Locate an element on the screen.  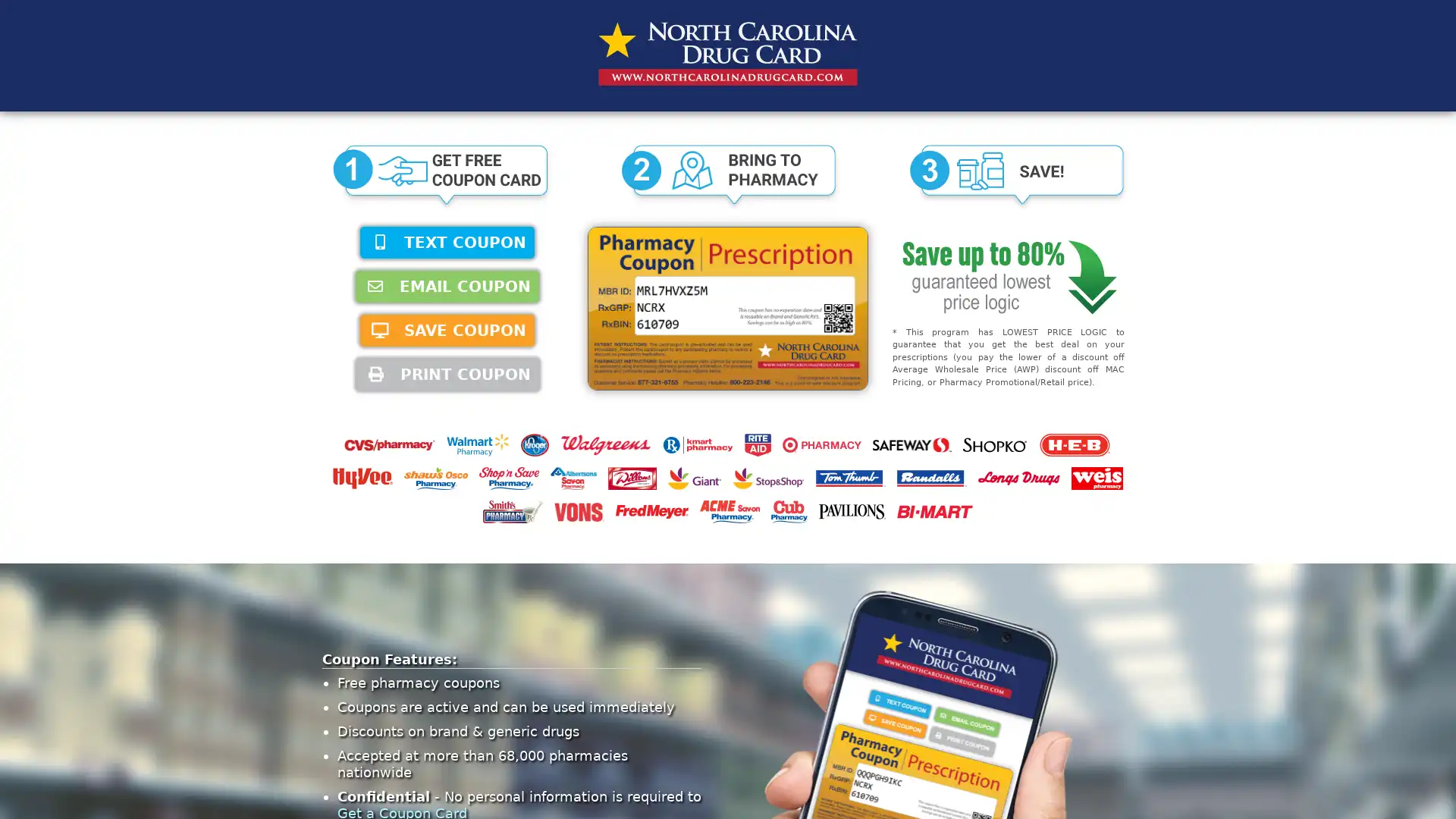
TEXT COUPON is located at coordinates (447, 242).